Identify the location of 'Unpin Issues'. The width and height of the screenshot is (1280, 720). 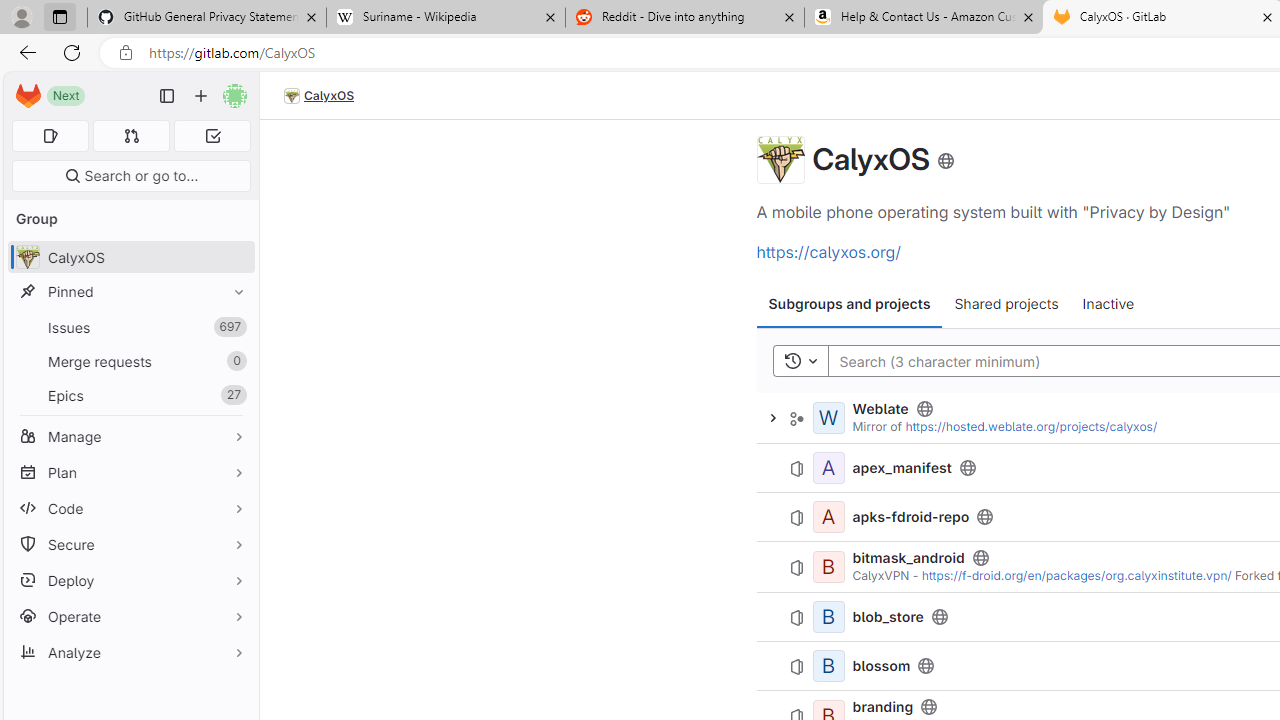
(234, 326).